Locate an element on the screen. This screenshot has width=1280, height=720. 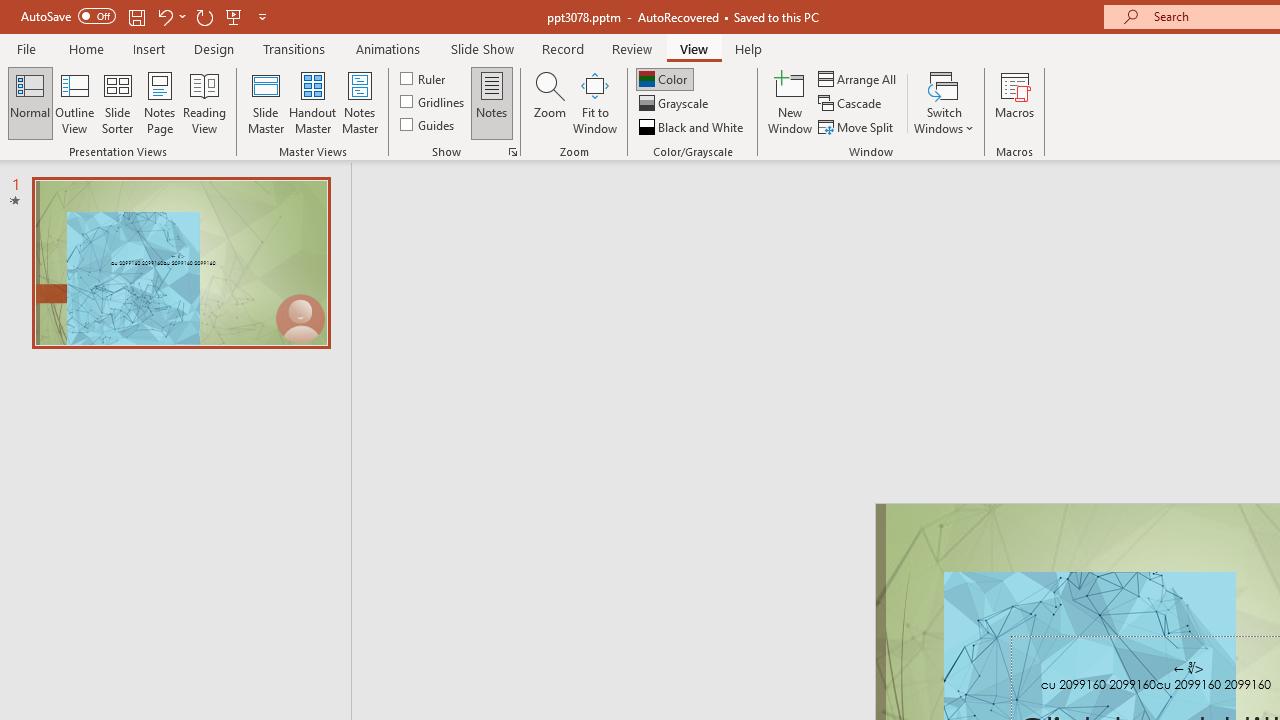
'Grid Settings...' is located at coordinates (513, 150).